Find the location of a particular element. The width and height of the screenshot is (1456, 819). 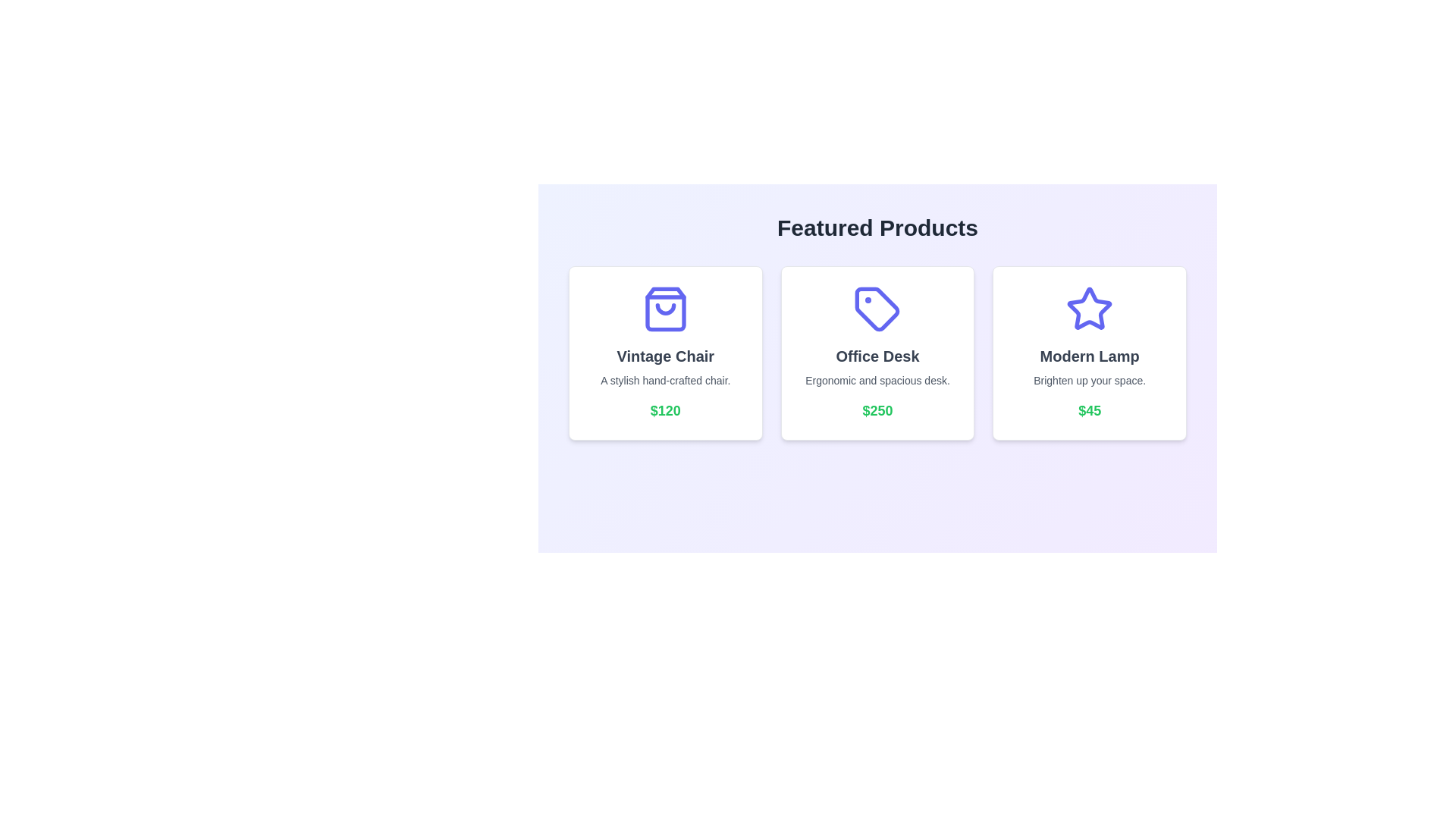

the text label that reads 'Ergonomic and spacious desk.' located under the heading 'Office Desk' is located at coordinates (877, 379).